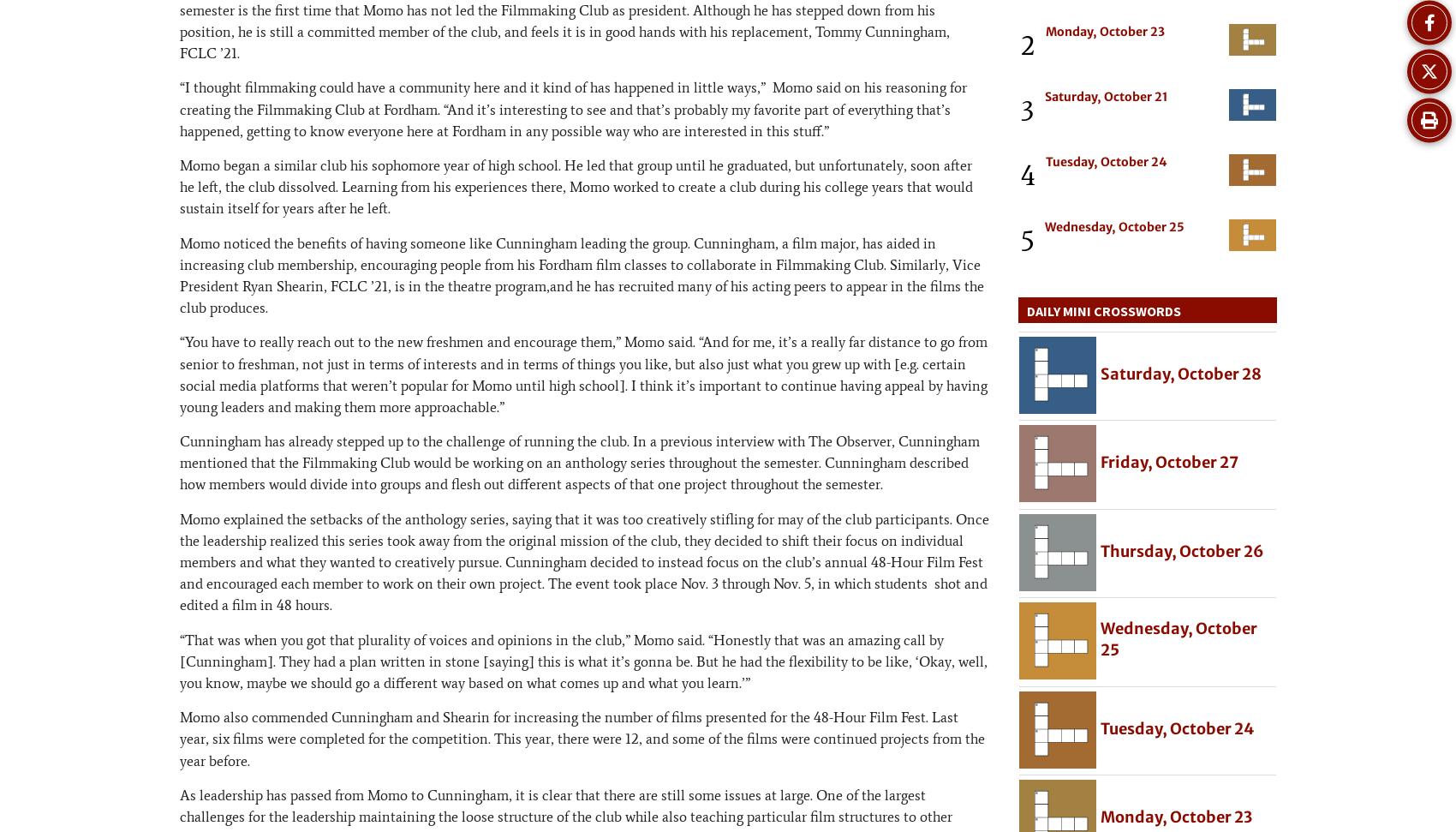  What do you see at coordinates (1107, 95) in the screenshot?
I see `'Saturday, October 21'` at bounding box center [1107, 95].